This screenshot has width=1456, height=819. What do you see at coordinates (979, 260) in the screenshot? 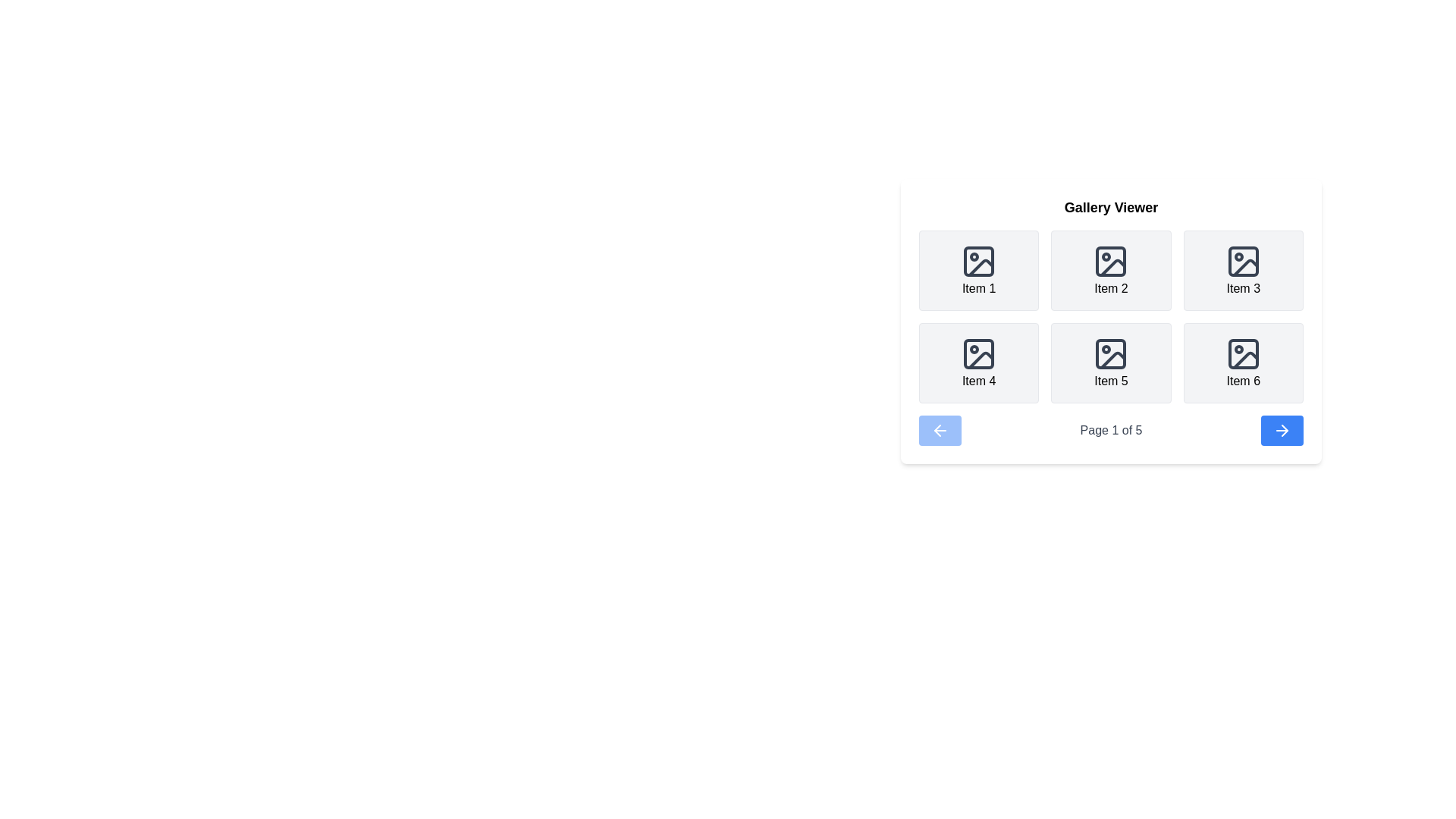
I see `the decorative icon representing media content associated with the button labeled 'Item 1'` at bounding box center [979, 260].